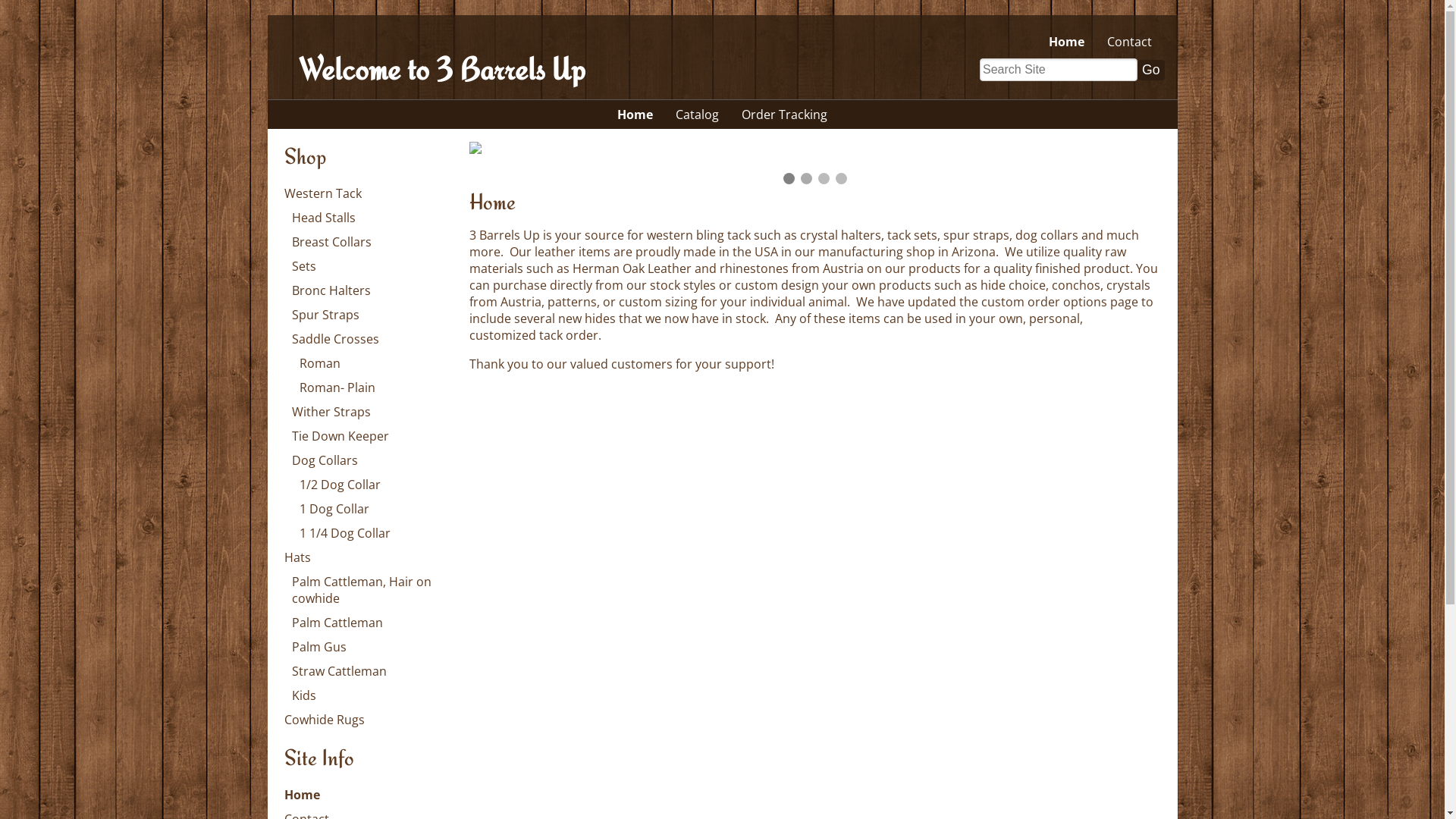 The image size is (1456, 819). What do you see at coordinates (696, 113) in the screenshot?
I see `'Catalog'` at bounding box center [696, 113].